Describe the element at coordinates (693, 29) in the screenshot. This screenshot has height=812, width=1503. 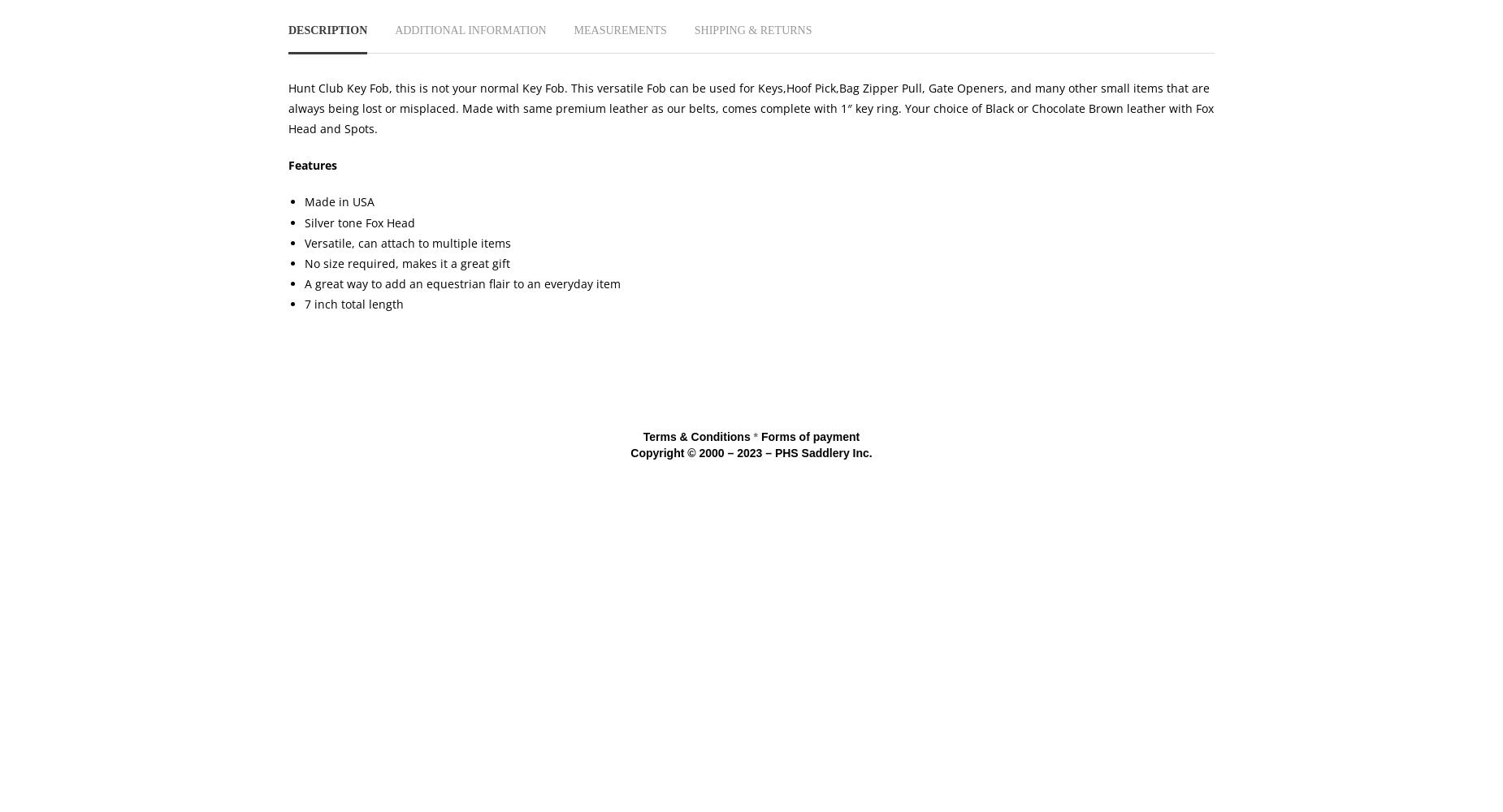
I see `'Shipping & Returns'` at that location.